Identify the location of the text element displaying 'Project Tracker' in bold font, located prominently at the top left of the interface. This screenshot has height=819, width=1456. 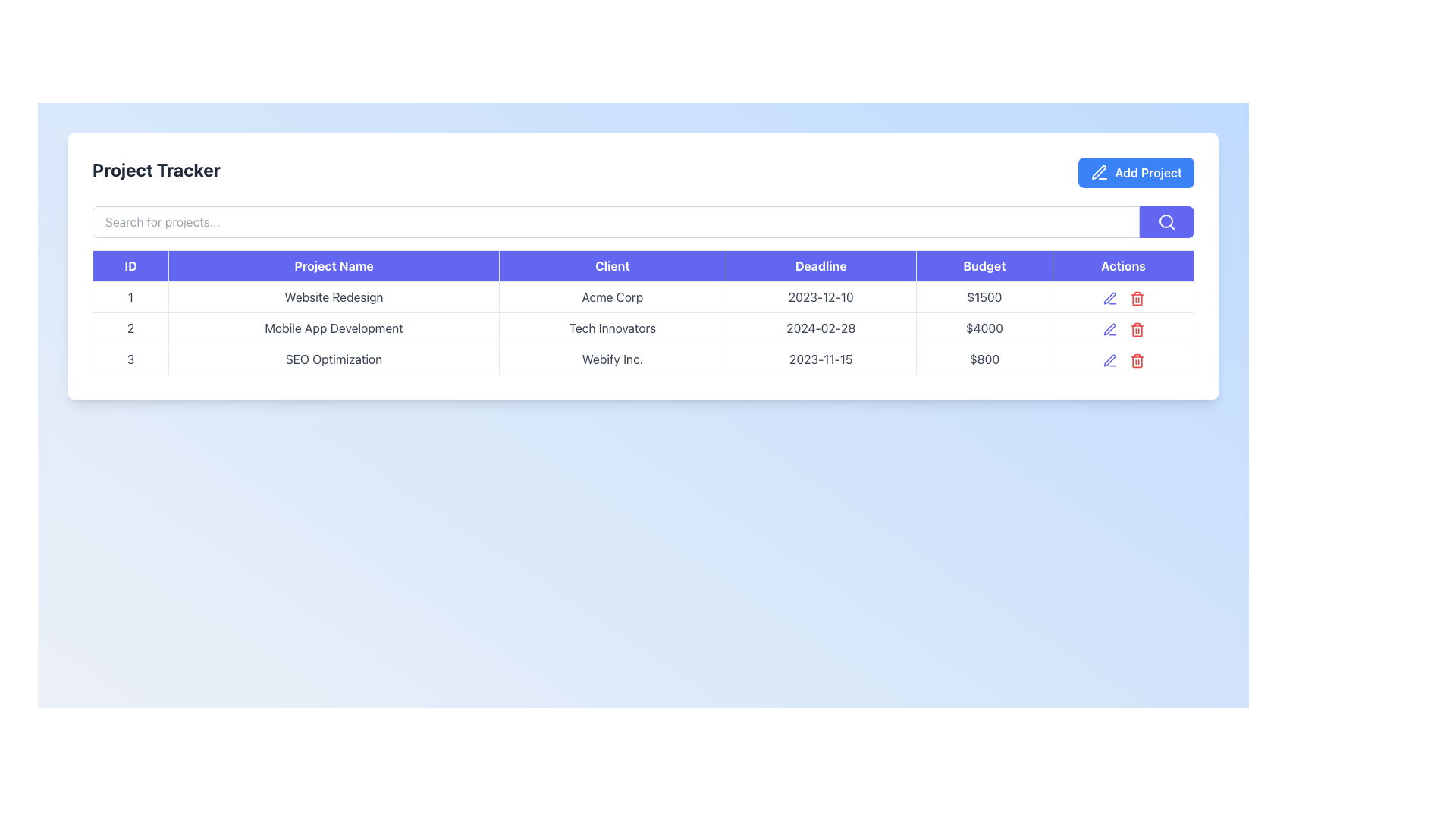
(156, 171).